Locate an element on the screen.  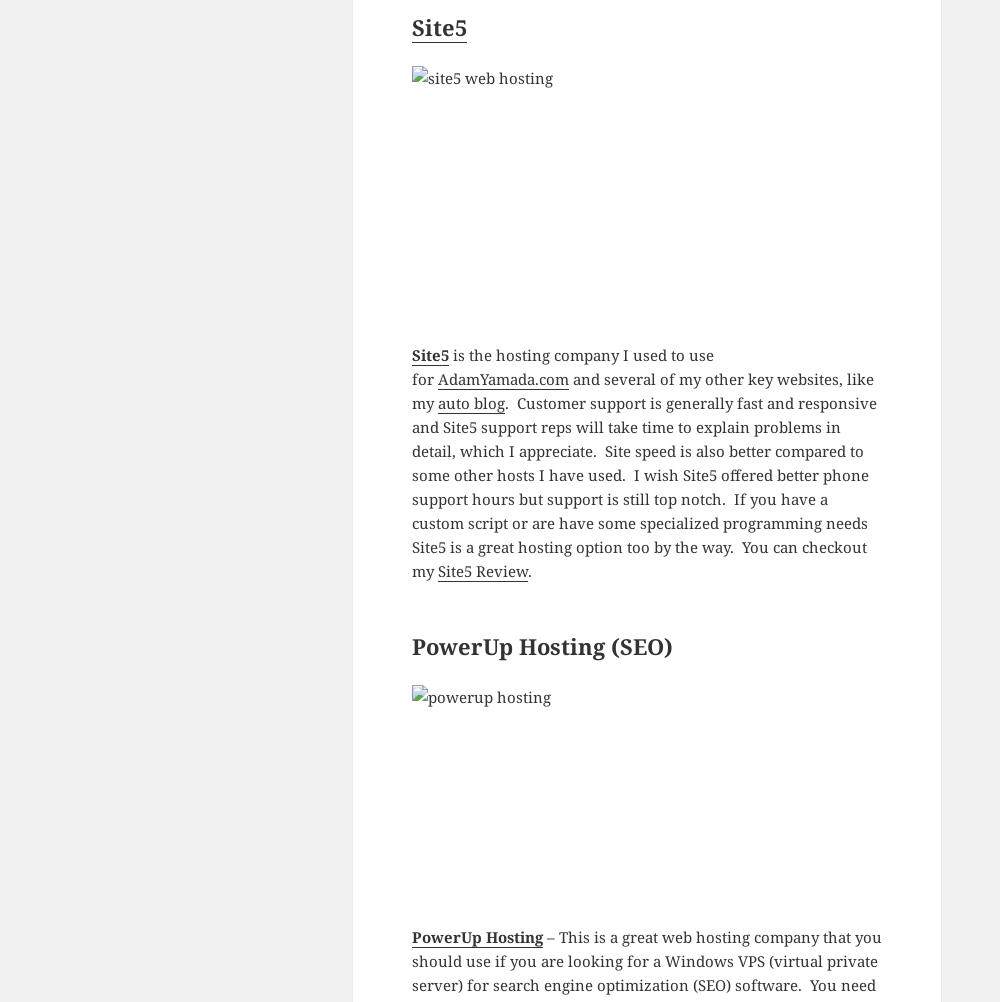
'and several of my other key websites, like my' is located at coordinates (642, 390).